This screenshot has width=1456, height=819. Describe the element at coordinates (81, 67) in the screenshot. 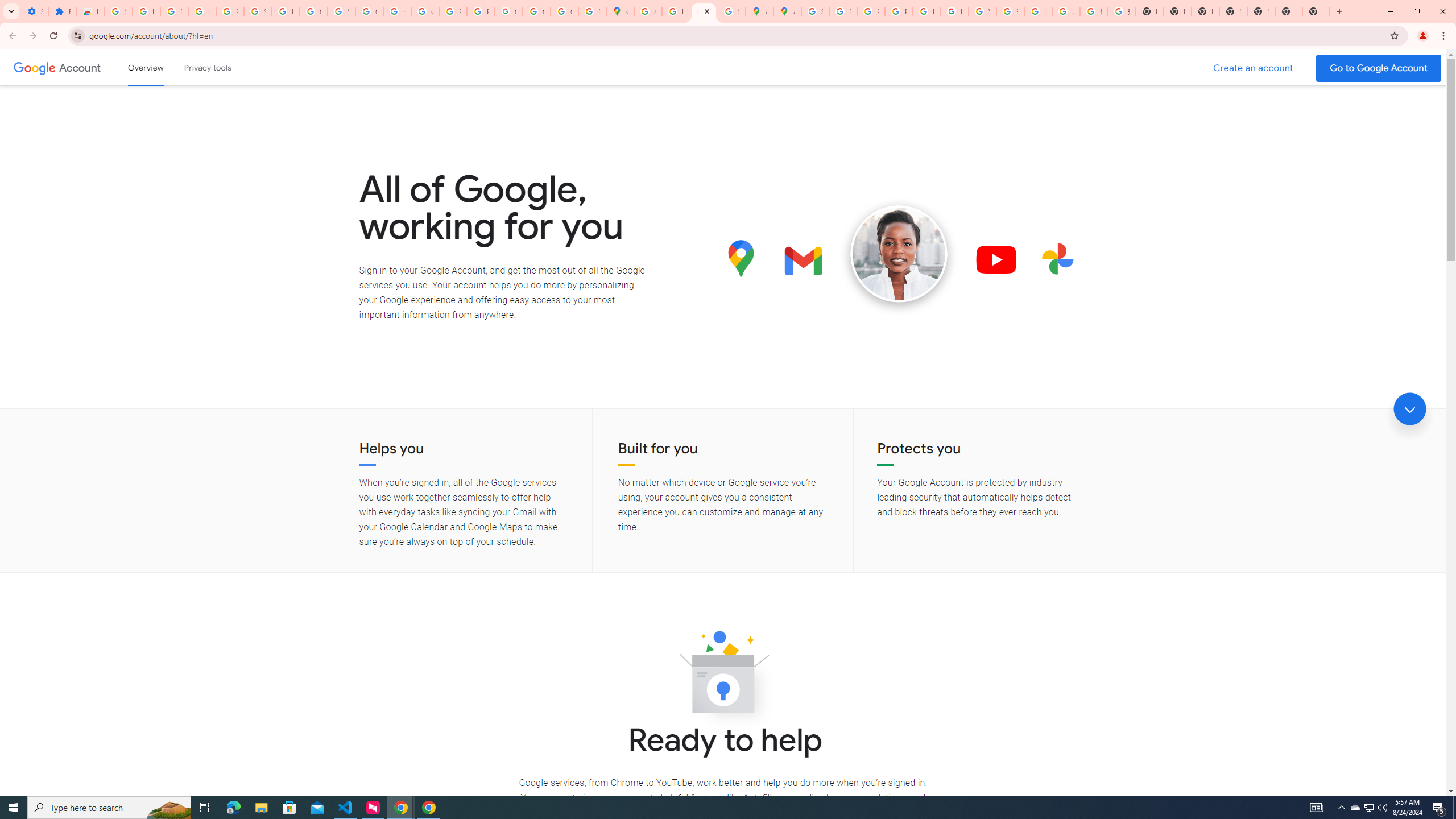

I see `'Google Account'` at that location.